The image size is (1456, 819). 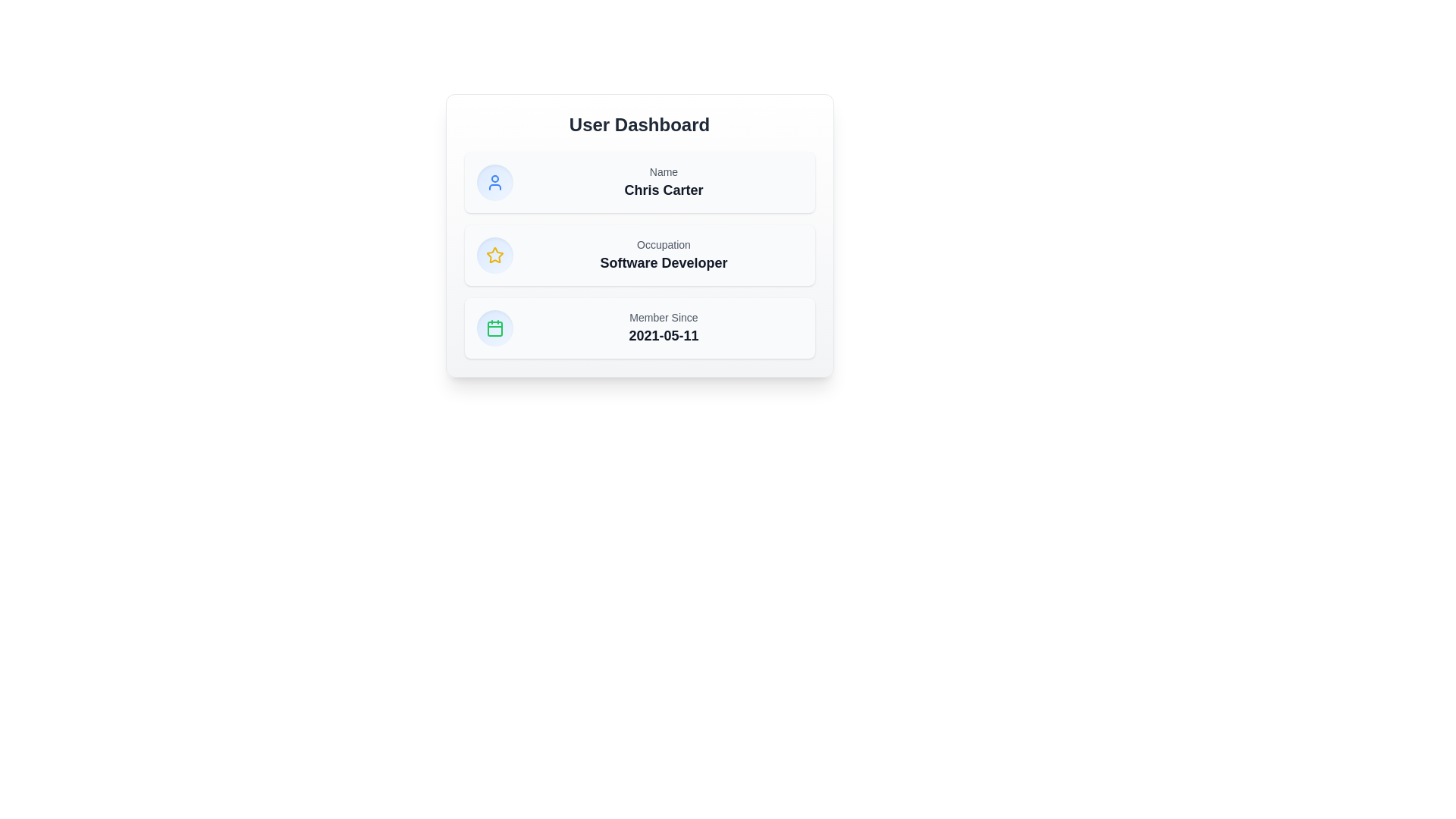 What do you see at coordinates (664, 189) in the screenshot?
I see `displayed text from the text label showing 'Chris Carter', which is bold and dark gray, located beneath the 'Name' label in the dashboard` at bounding box center [664, 189].